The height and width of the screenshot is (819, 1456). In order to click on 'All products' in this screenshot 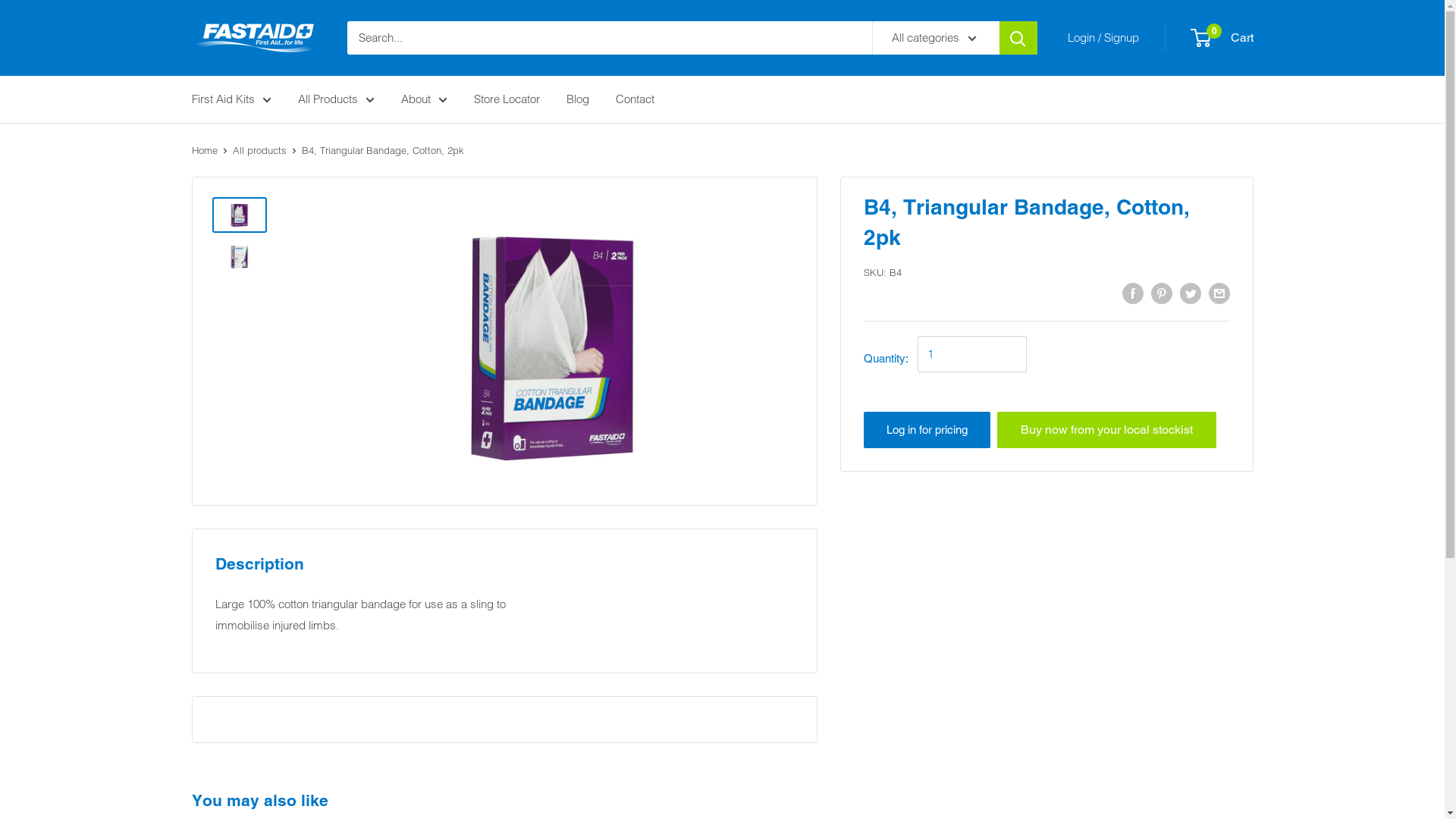, I will do `click(231, 149)`.